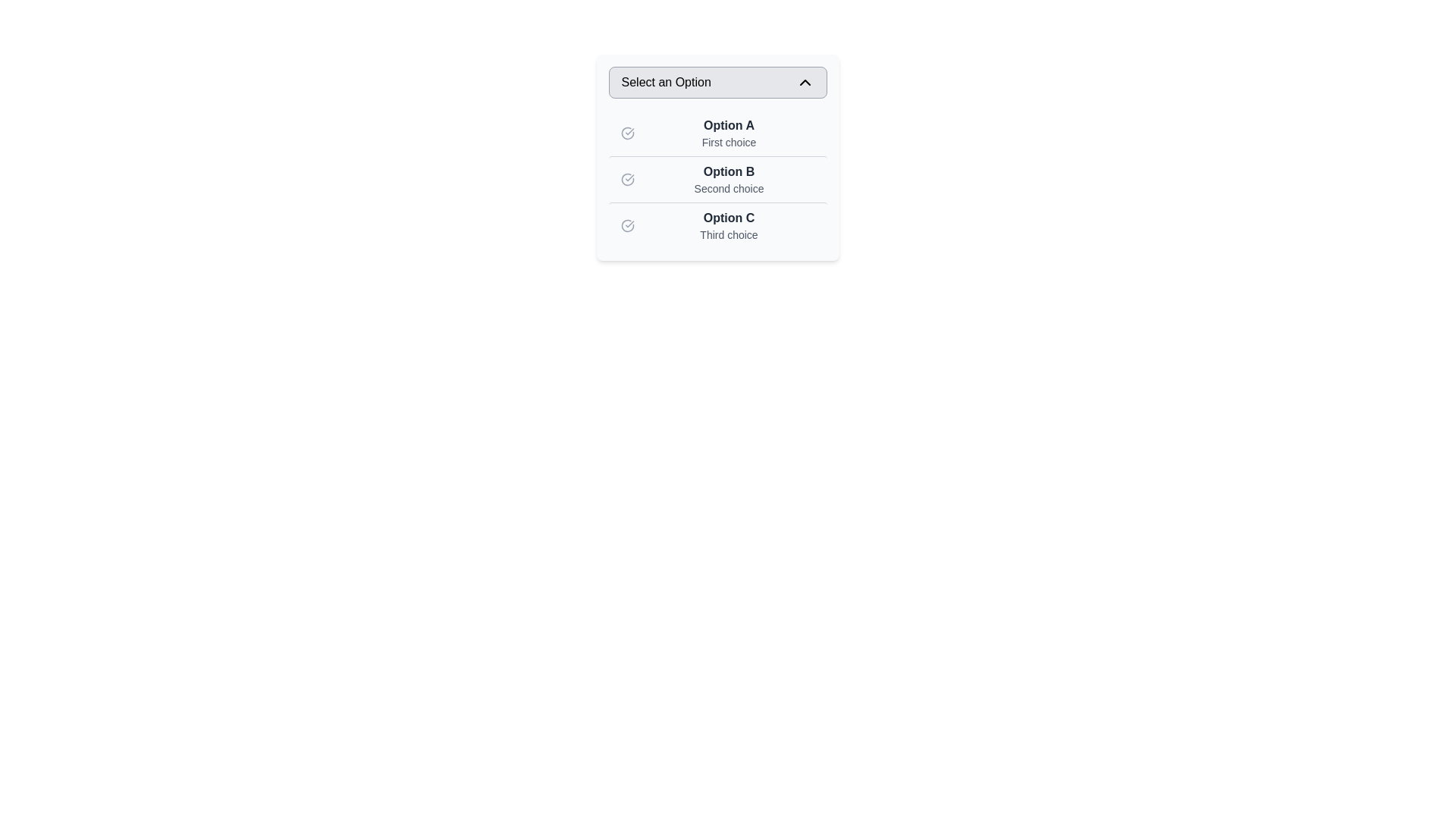  What do you see at coordinates (729, 171) in the screenshot?
I see `the text label displaying 'Option B' in a bold font` at bounding box center [729, 171].